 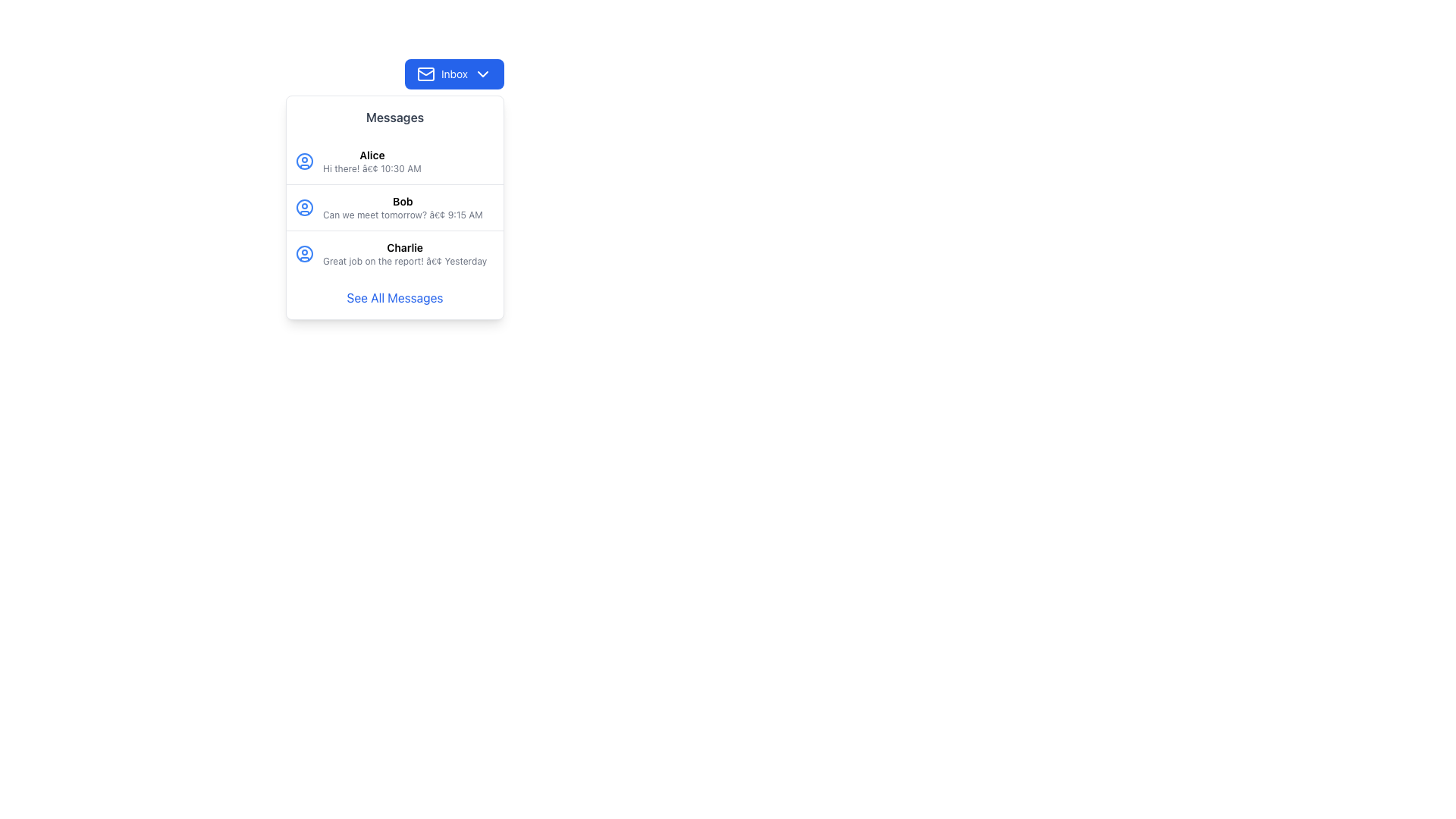 What do you see at coordinates (395, 161) in the screenshot?
I see `the first list item in the chat interface featuring a blue circular user icon, sender name 'Alice', message preview 'Hi there!', and timestamp '10:30 AM'` at bounding box center [395, 161].